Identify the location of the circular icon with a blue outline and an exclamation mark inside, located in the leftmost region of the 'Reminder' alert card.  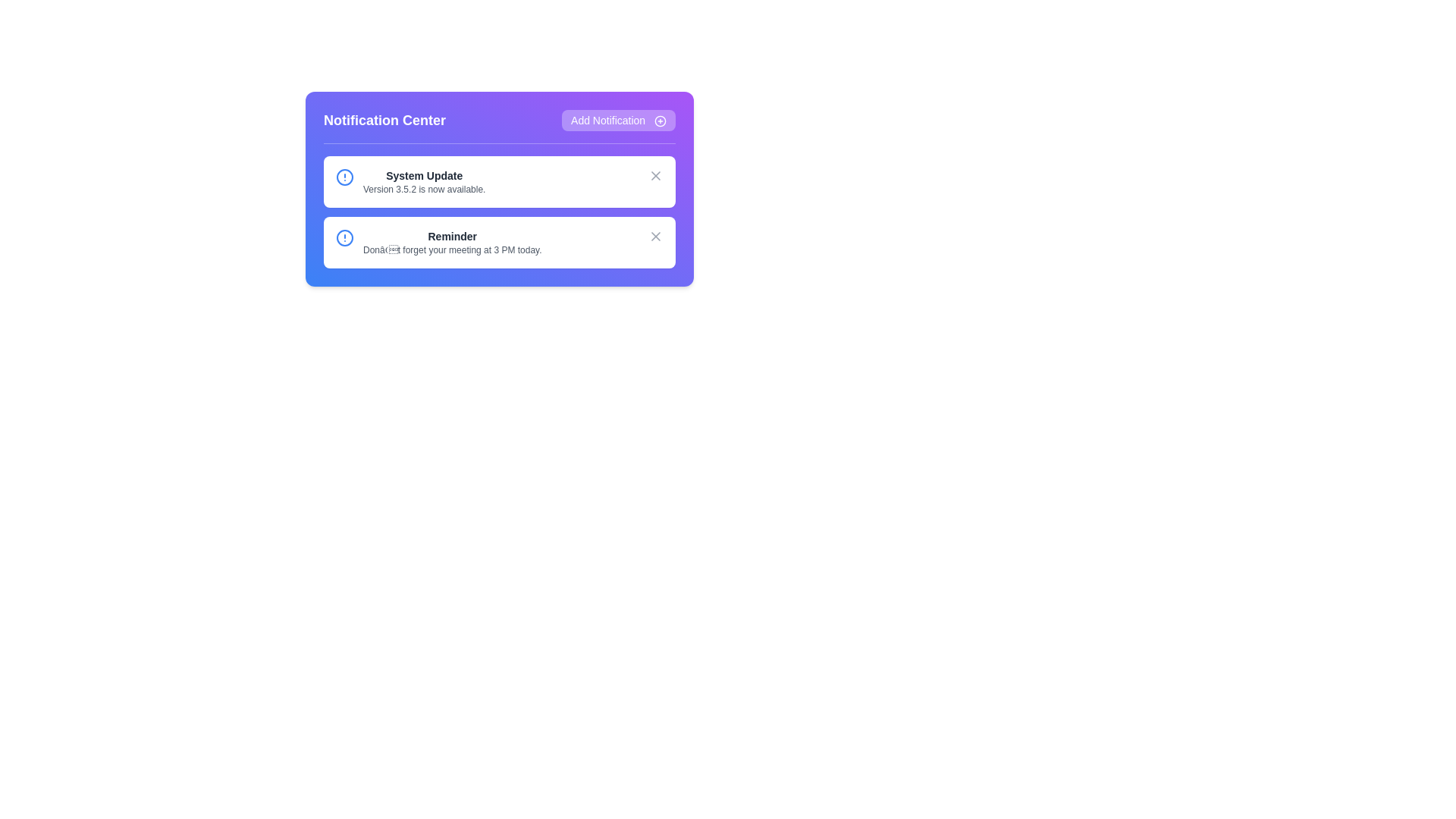
(344, 237).